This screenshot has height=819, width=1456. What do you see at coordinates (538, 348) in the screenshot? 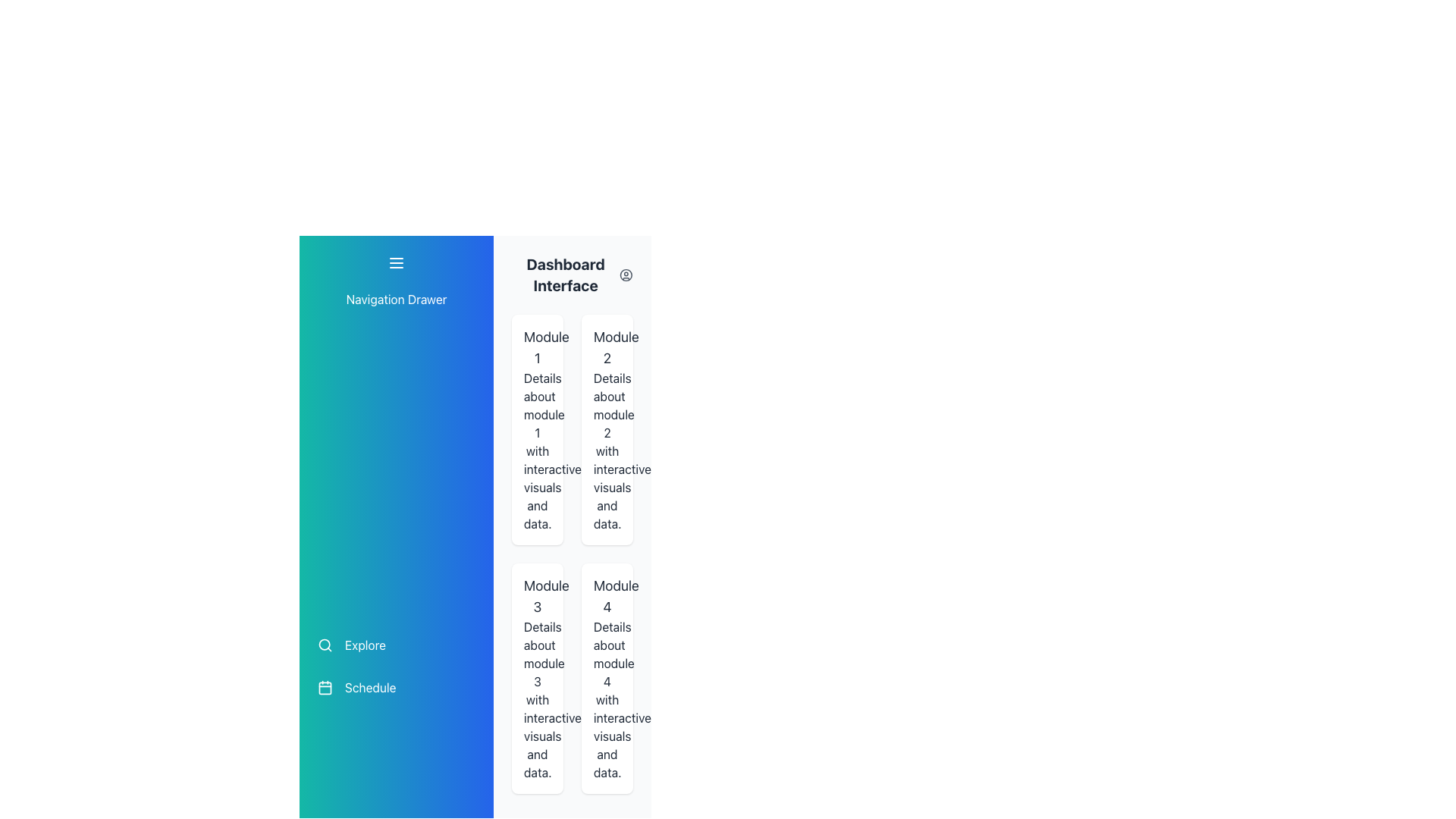
I see `the text label that serves as the title for 'Module 1', positioned at the top-center of the upper-left section of the white card in the grid layout` at bounding box center [538, 348].